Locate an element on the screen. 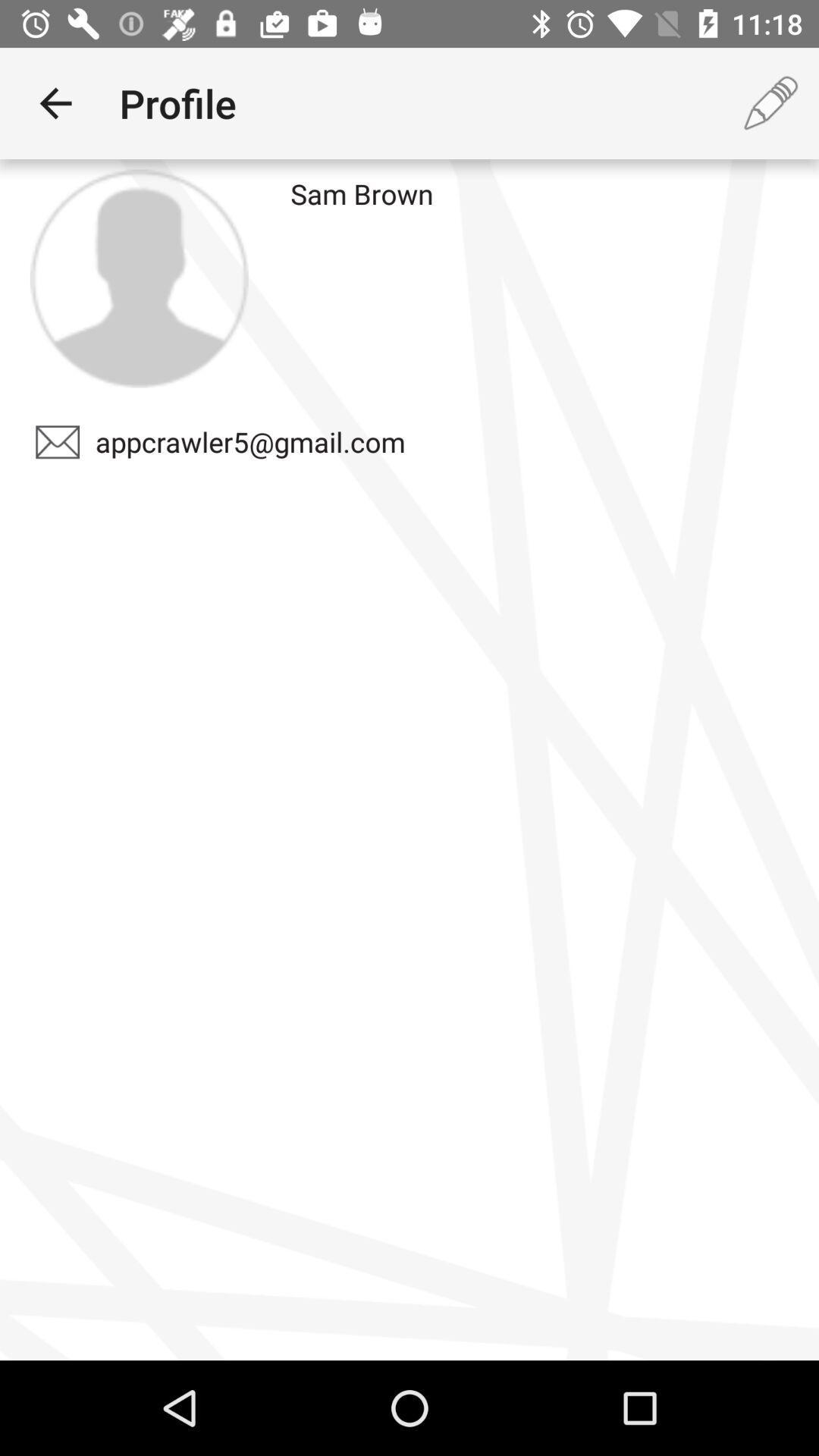  item to the right of the sam brown icon is located at coordinates (771, 102).